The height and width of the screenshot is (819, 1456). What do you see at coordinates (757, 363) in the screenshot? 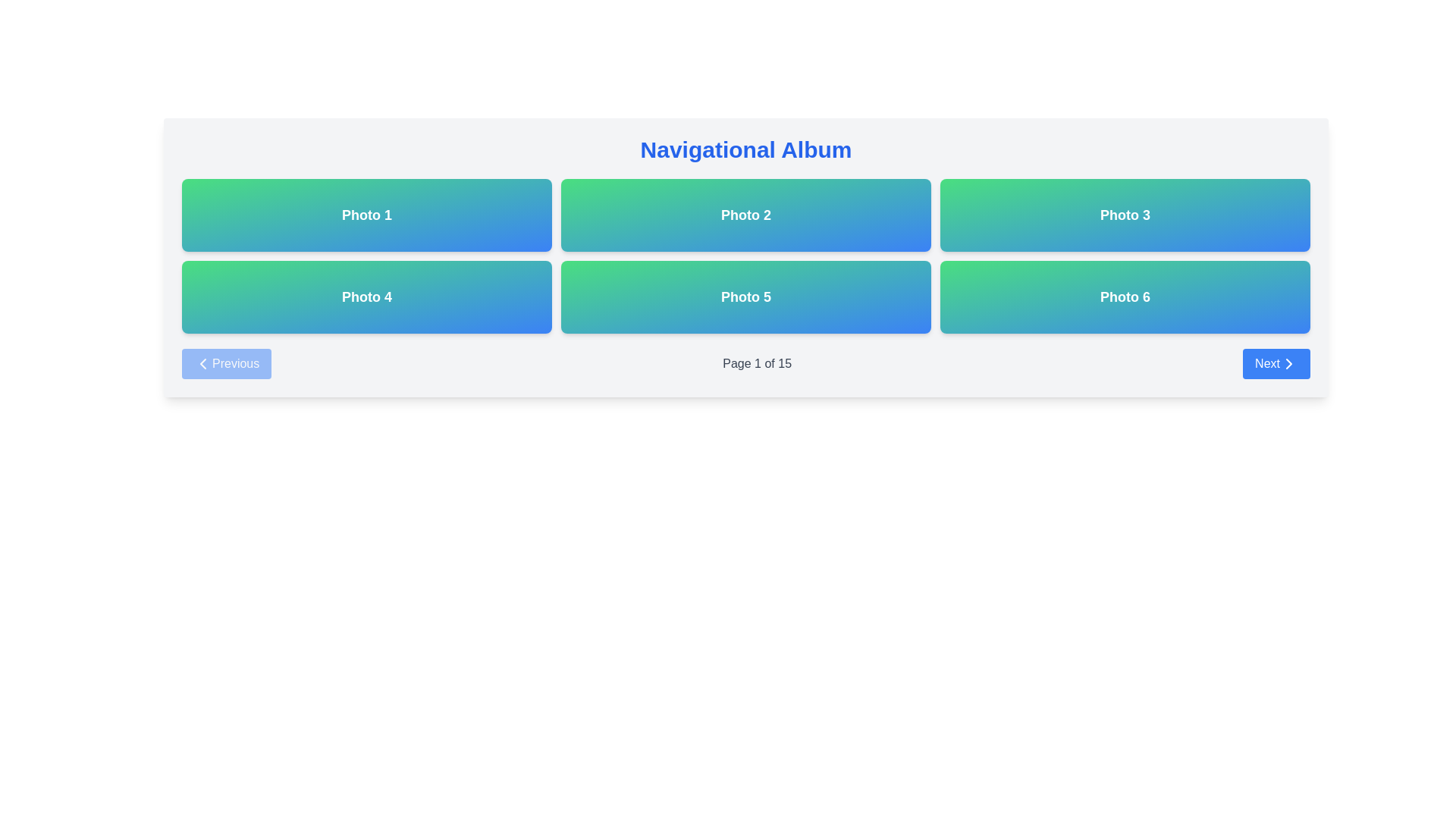
I see `the text display component that indicates 'Page 1 of 15', which is centrally located in the navigation section and styled in medium weight gray sans-serif font against a white background` at bounding box center [757, 363].